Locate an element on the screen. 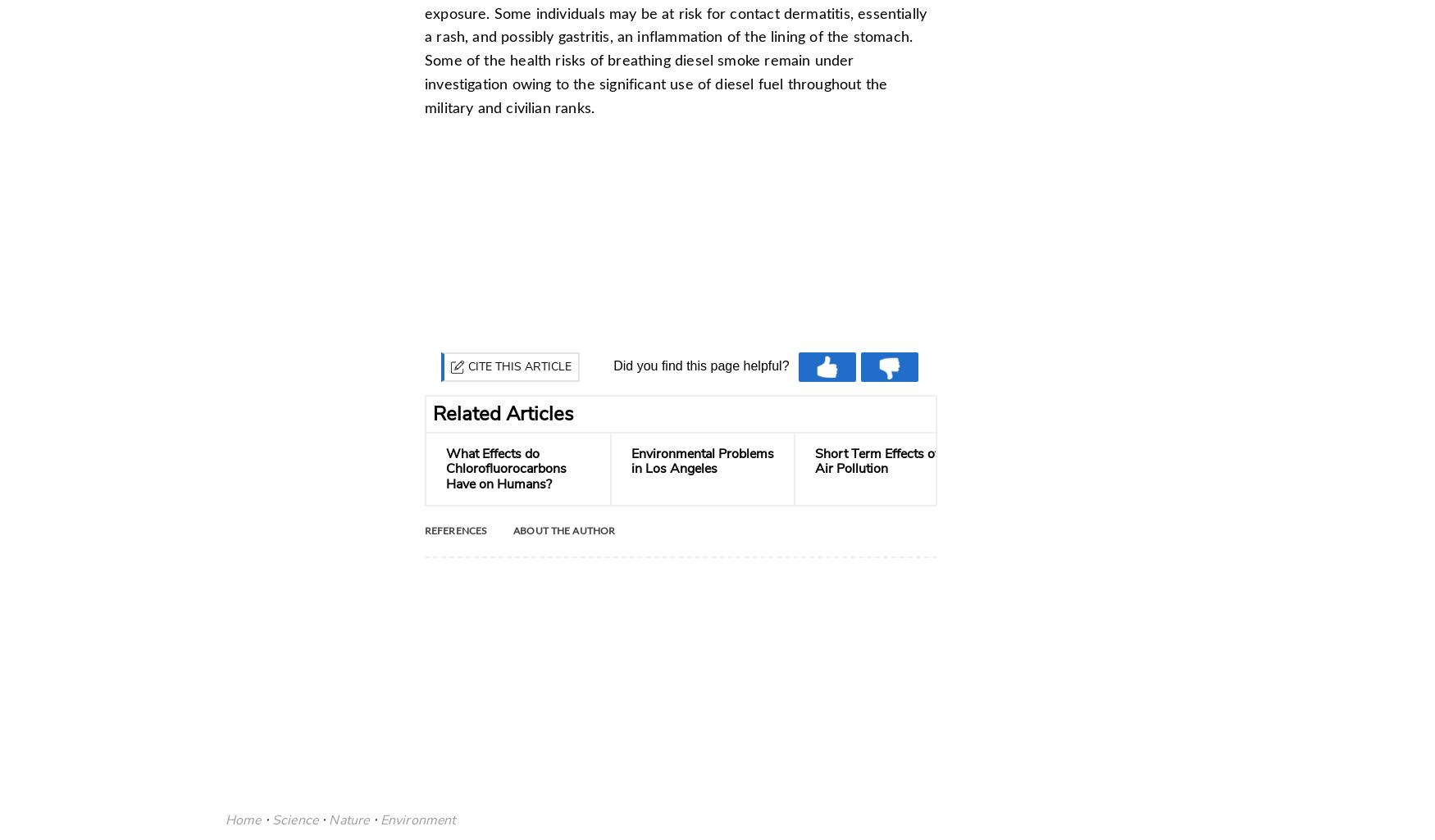  'Environmental Problems in Los Angeles' is located at coordinates (702, 461).